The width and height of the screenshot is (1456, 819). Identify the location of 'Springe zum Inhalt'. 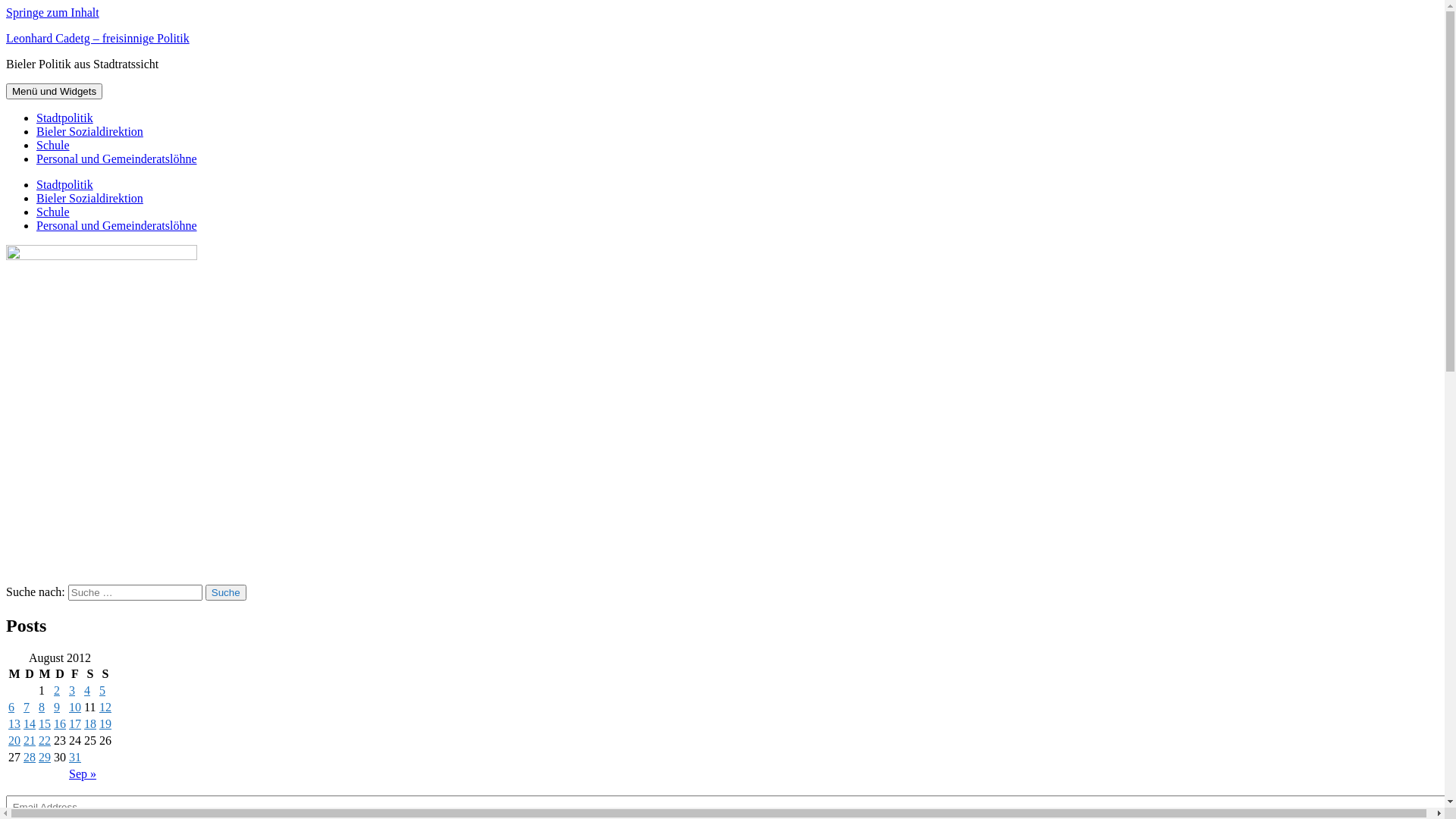
(52, 12).